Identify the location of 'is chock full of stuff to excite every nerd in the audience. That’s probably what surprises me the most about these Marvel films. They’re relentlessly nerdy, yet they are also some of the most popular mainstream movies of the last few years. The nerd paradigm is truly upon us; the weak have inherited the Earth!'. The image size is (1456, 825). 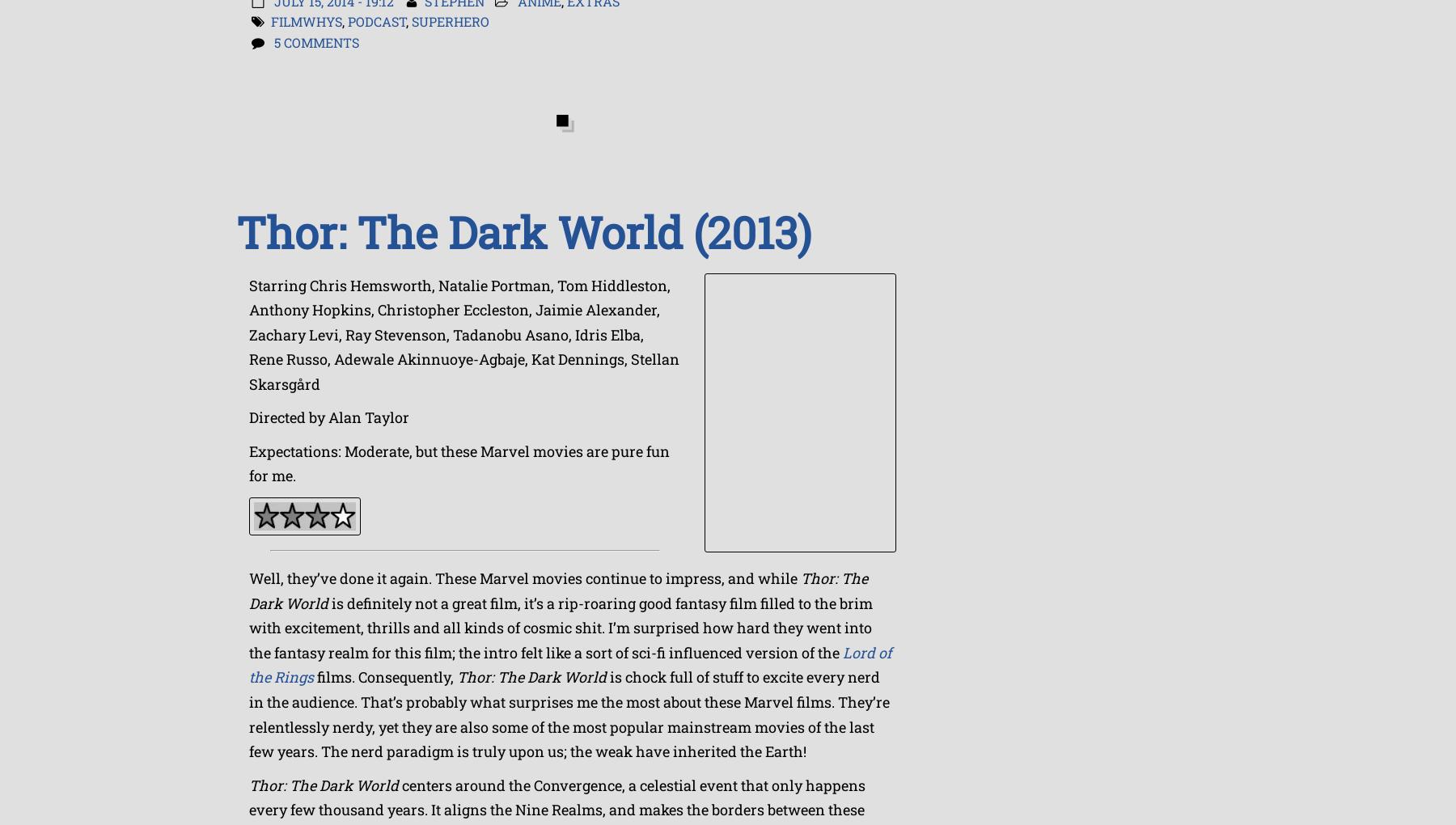
(568, 713).